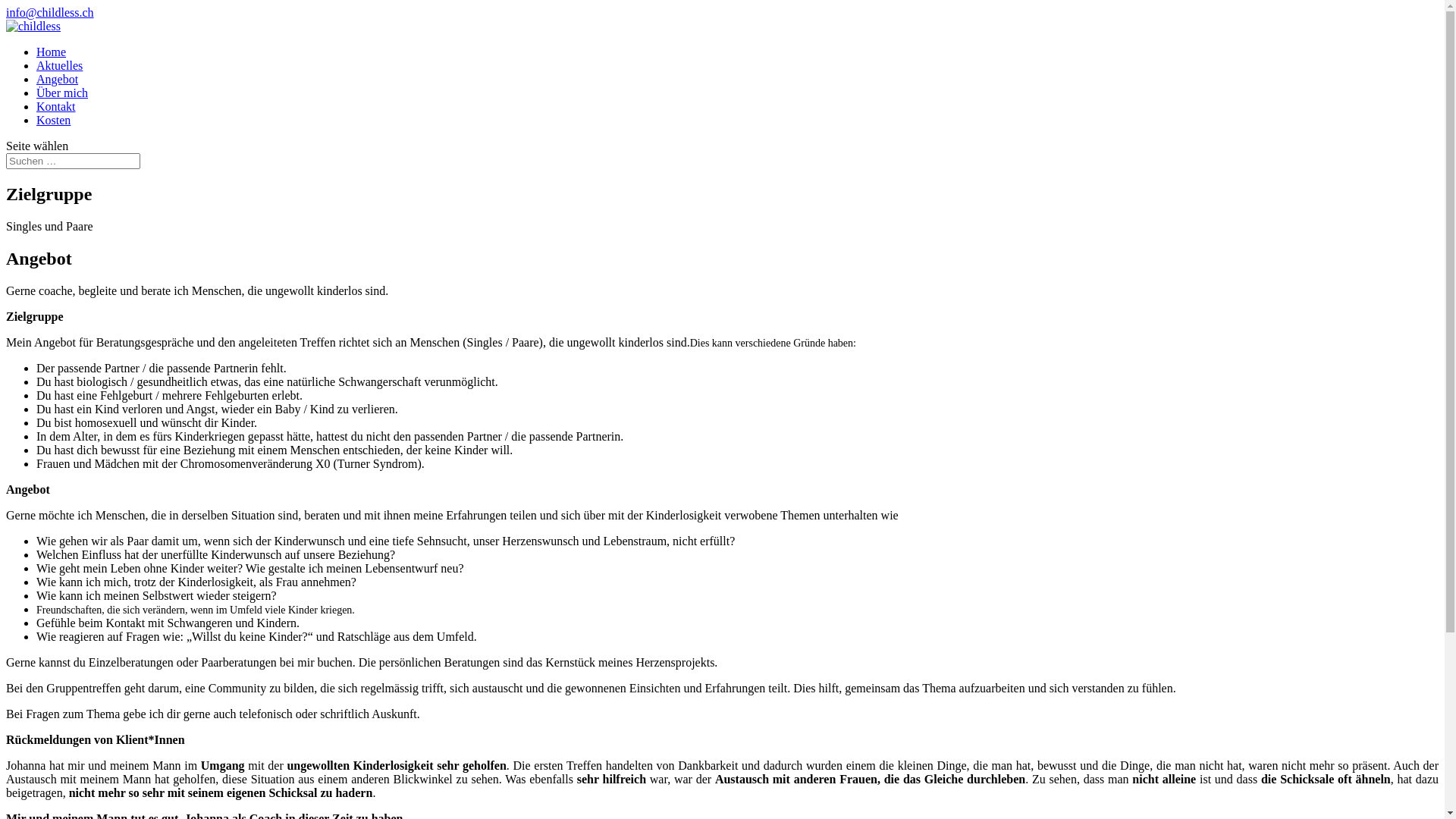 Image resolution: width=1456 pixels, height=819 pixels. Describe the element at coordinates (57, 79) in the screenshot. I see `'Angebot'` at that location.